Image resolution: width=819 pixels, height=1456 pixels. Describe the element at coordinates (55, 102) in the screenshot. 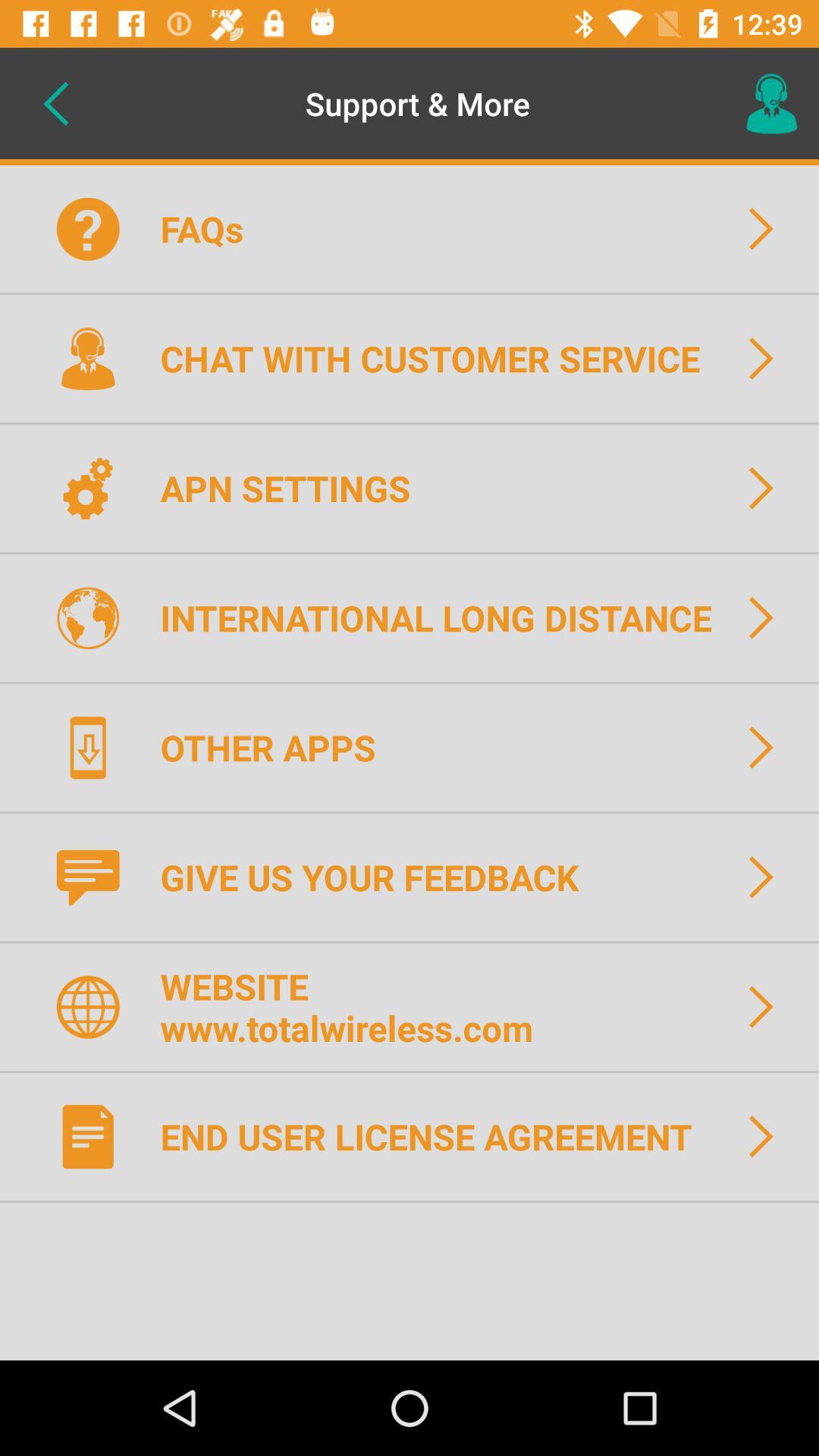

I see `icon next to the support & more` at that location.